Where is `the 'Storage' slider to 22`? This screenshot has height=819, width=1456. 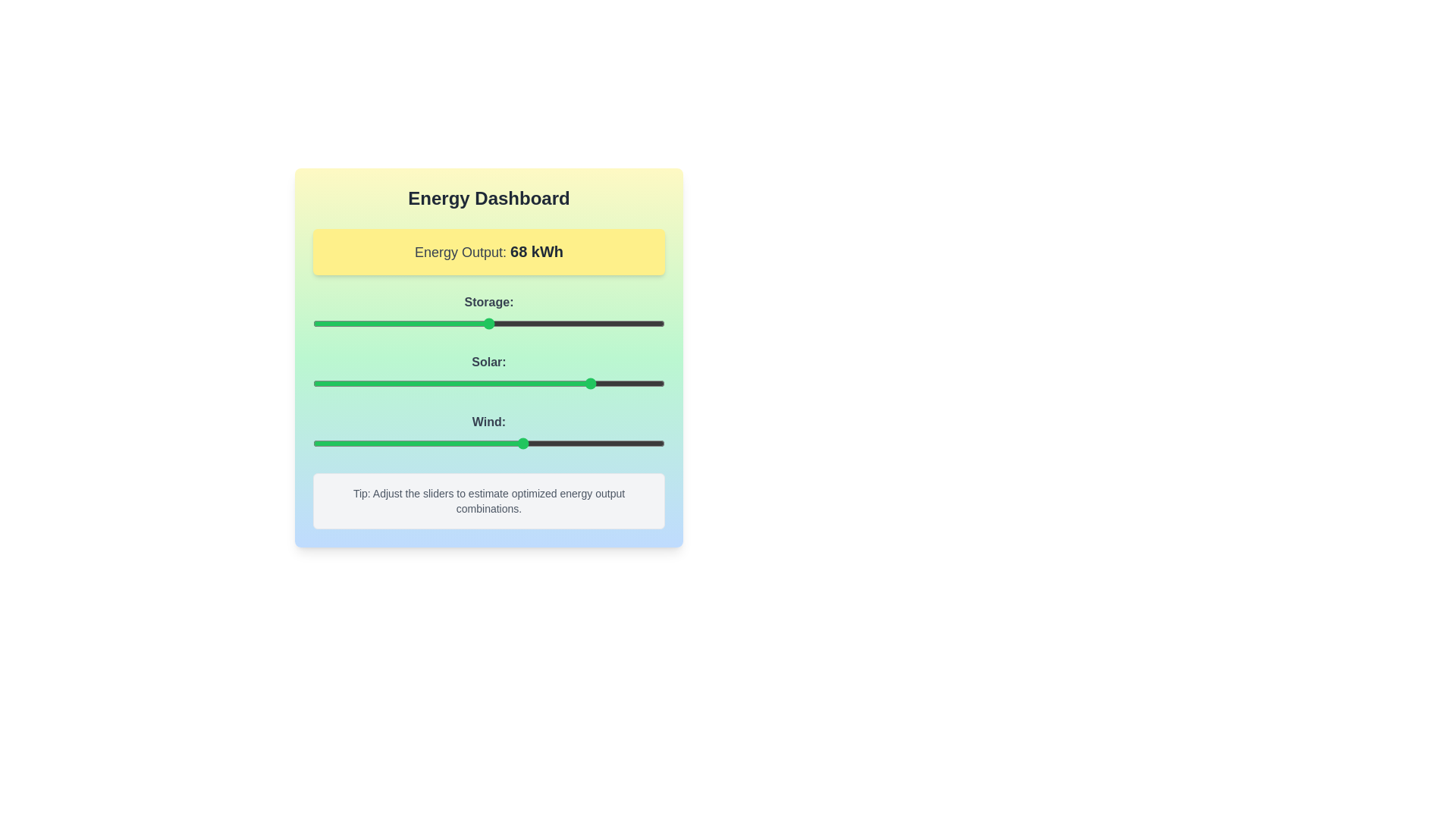
the 'Storage' slider to 22 is located at coordinates (391, 323).